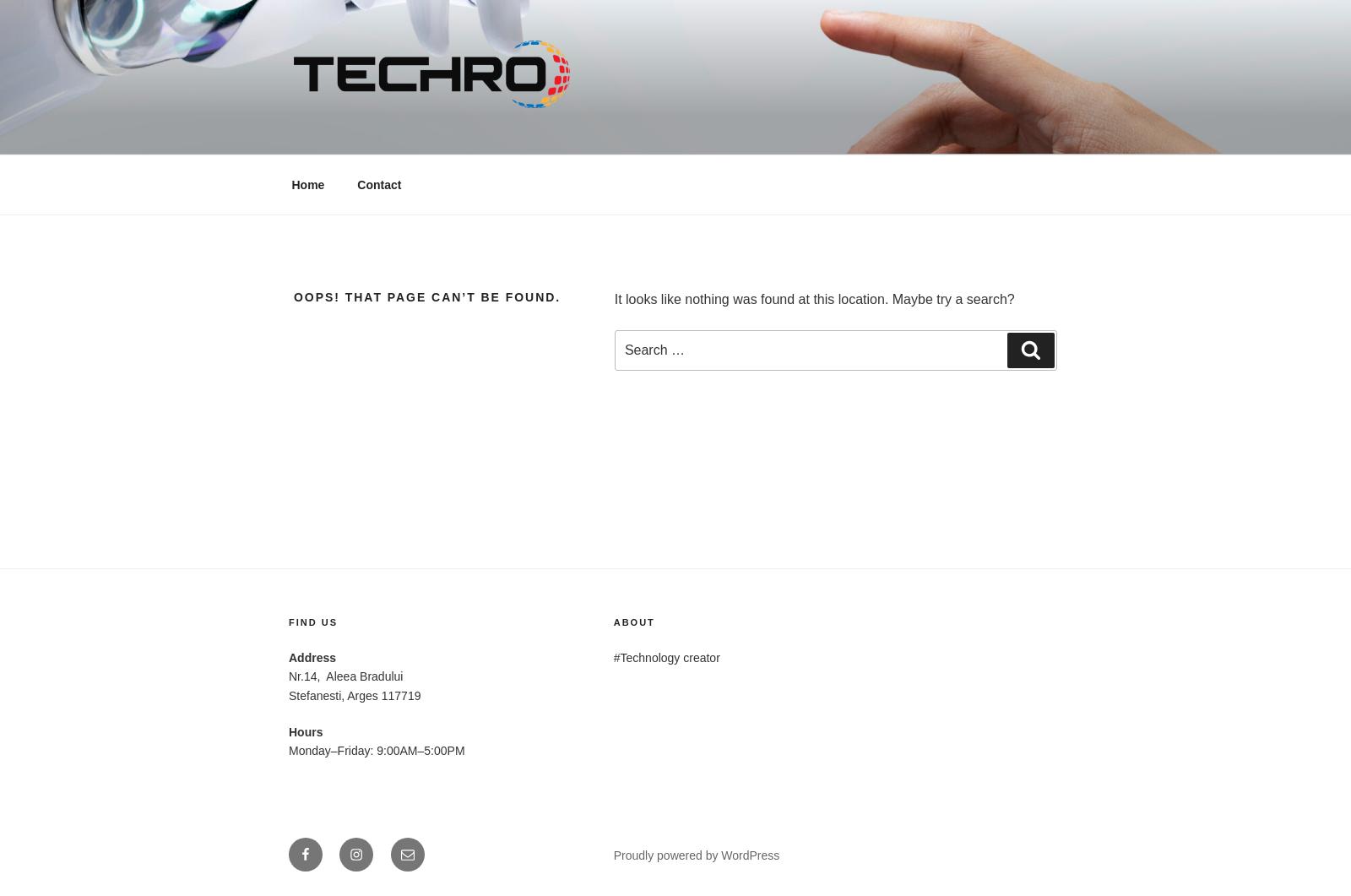 The image size is (1351, 896). I want to click on 'About', so click(633, 622).